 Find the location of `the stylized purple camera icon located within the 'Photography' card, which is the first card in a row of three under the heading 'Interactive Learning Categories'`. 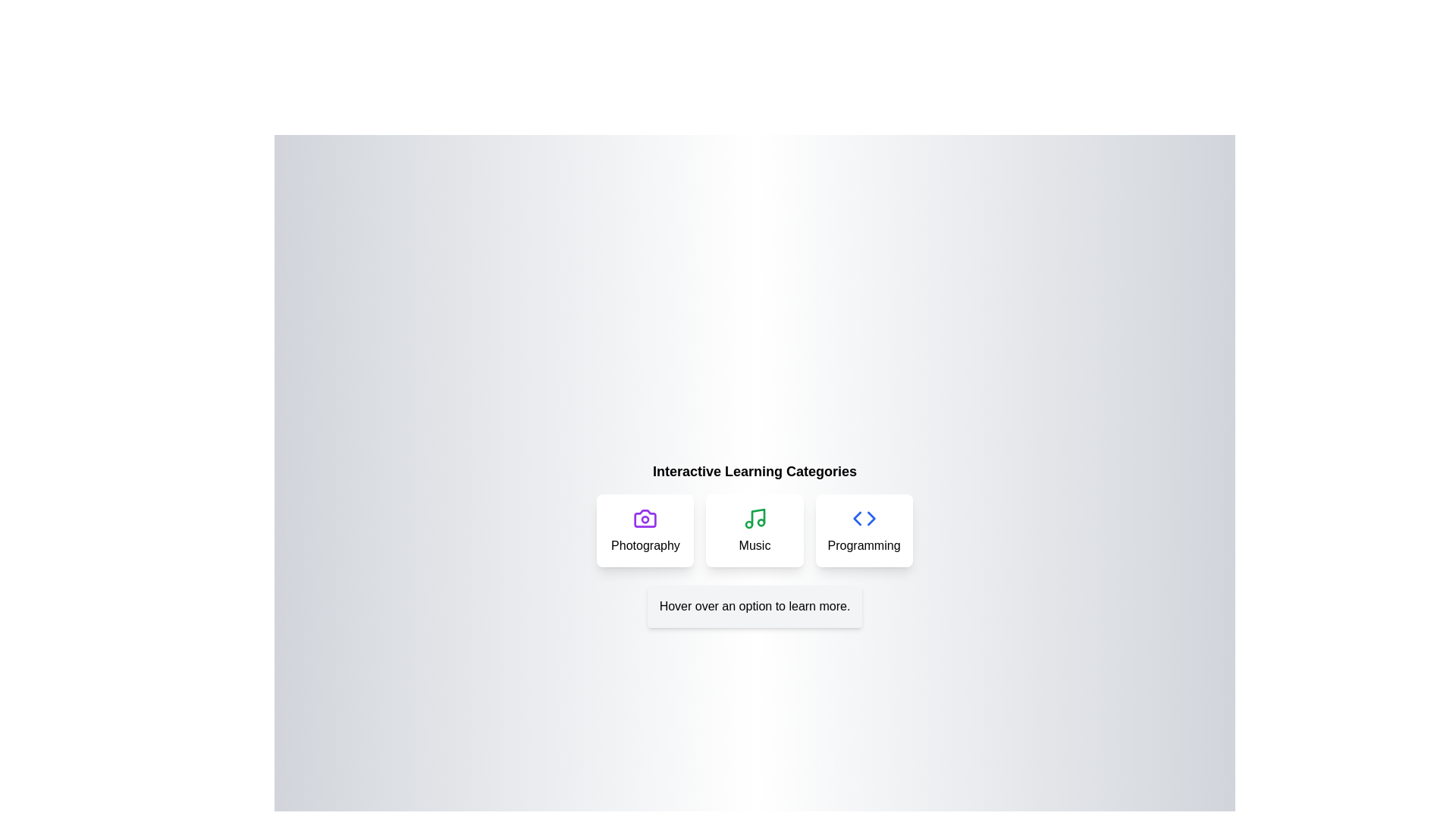

the stylized purple camera icon located within the 'Photography' card, which is the first card in a row of three under the heading 'Interactive Learning Categories' is located at coordinates (645, 517).